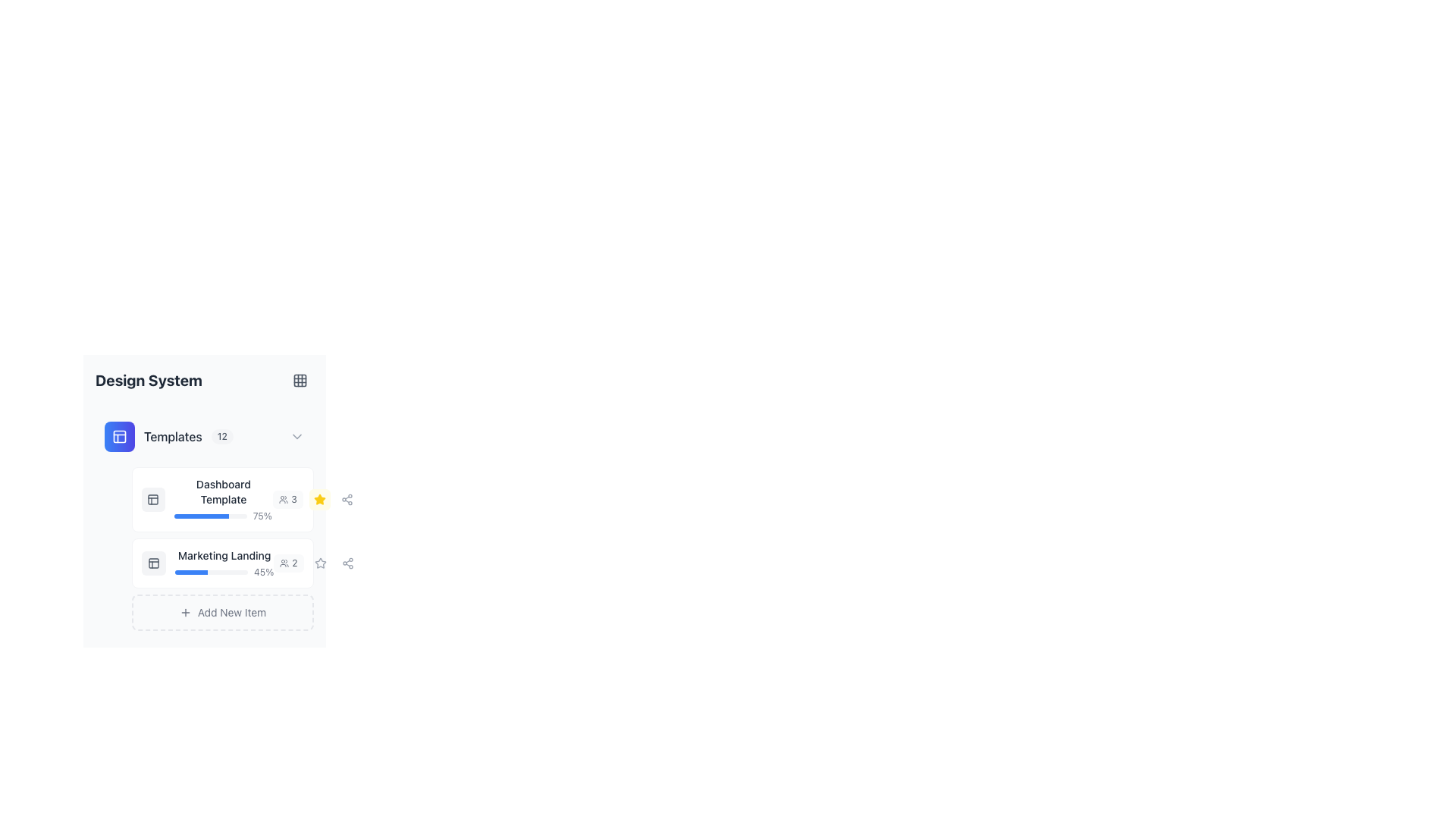 The width and height of the screenshot is (1456, 819). Describe the element at coordinates (347, 563) in the screenshot. I see `the share icon, which consists of three interconnected circles in a triangular formation, located within the 'Marketing Landing' list item under the 'Templates' section` at that location.